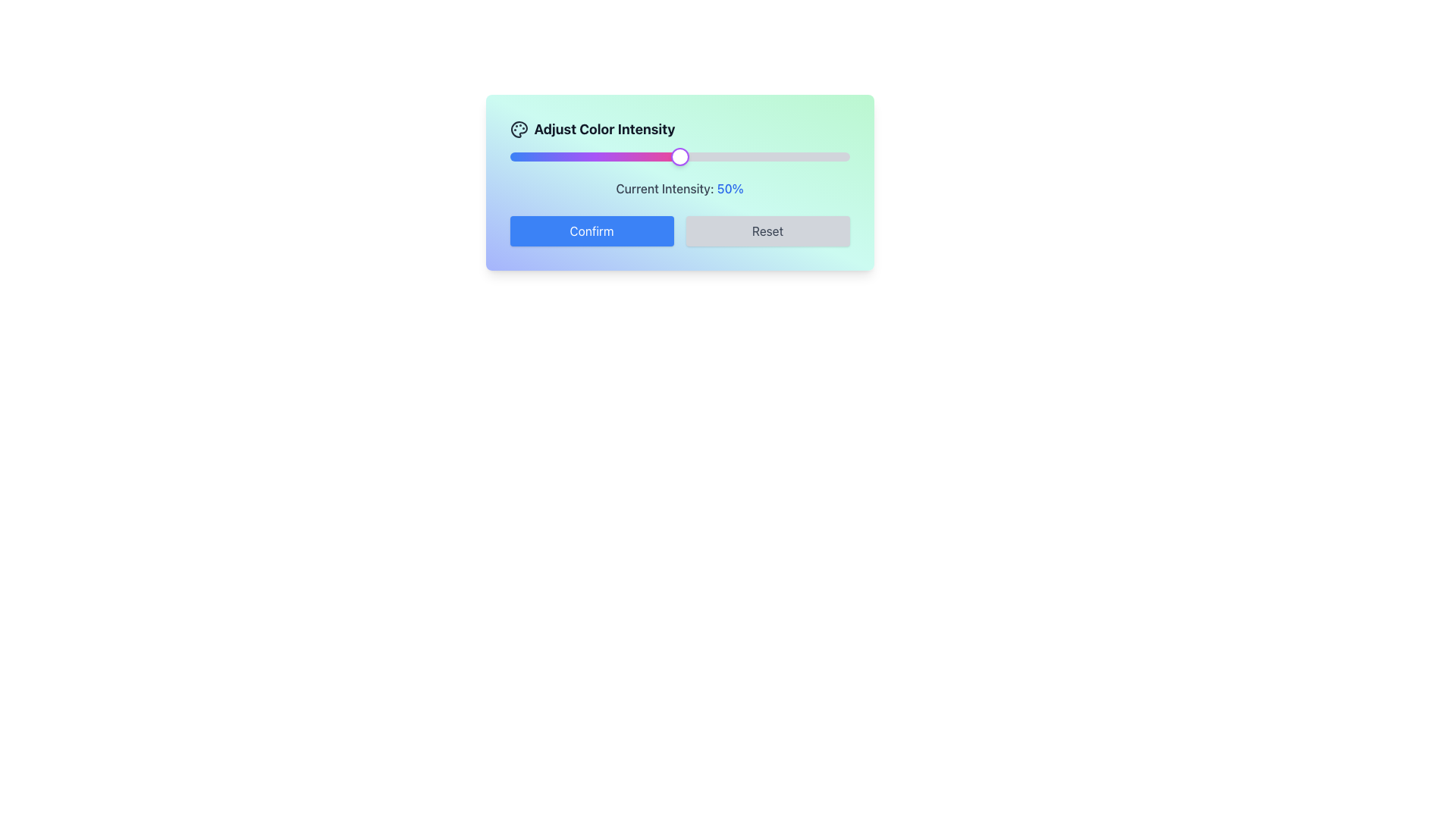  Describe the element at coordinates (794, 157) in the screenshot. I see `the color intensity` at that location.